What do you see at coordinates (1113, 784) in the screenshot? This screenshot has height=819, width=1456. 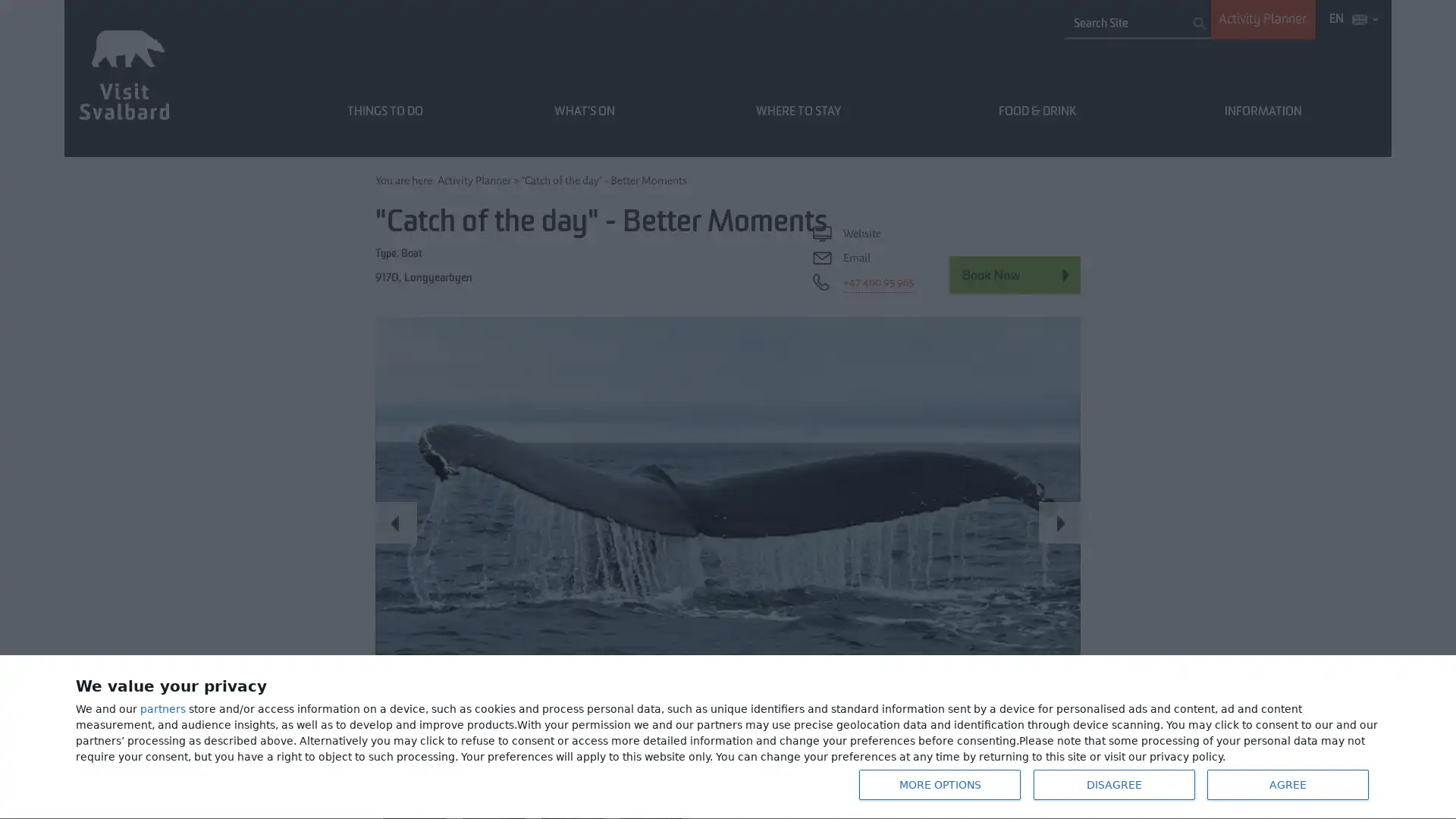 I see `DISAGREE` at bounding box center [1113, 784].